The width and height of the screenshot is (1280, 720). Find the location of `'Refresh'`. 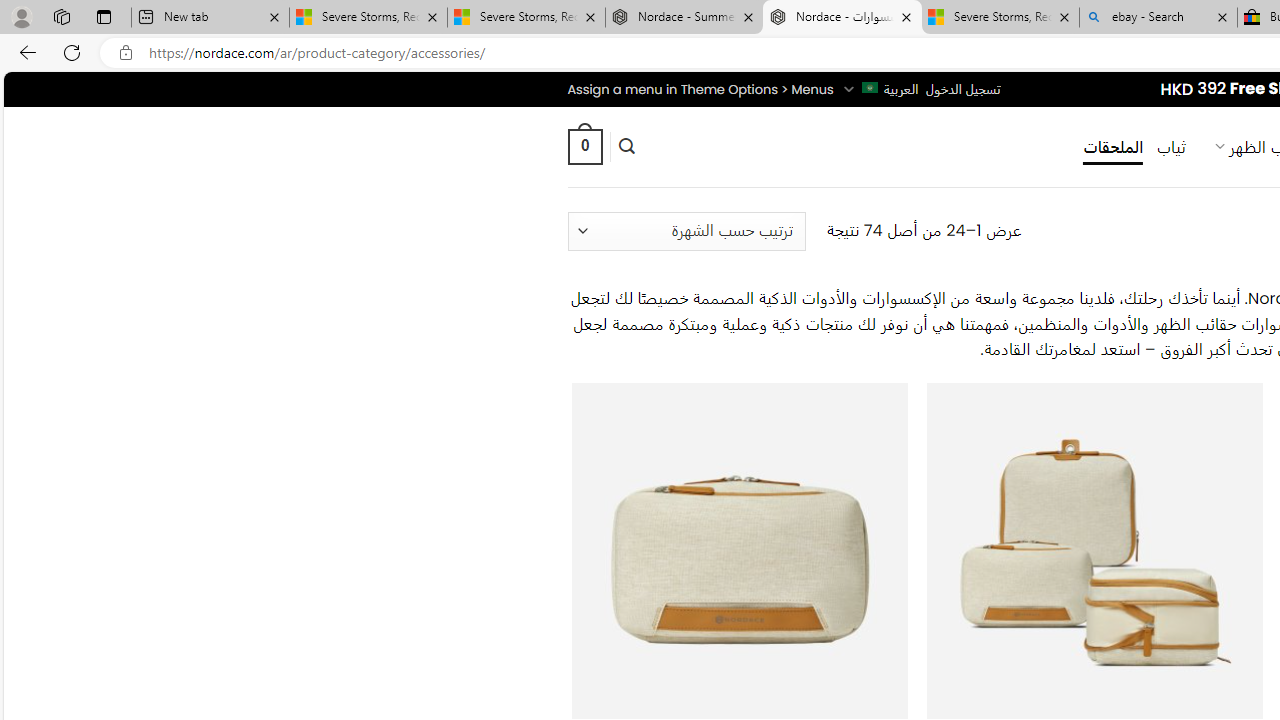

'Refresh' is located at coordinates (72, 51).